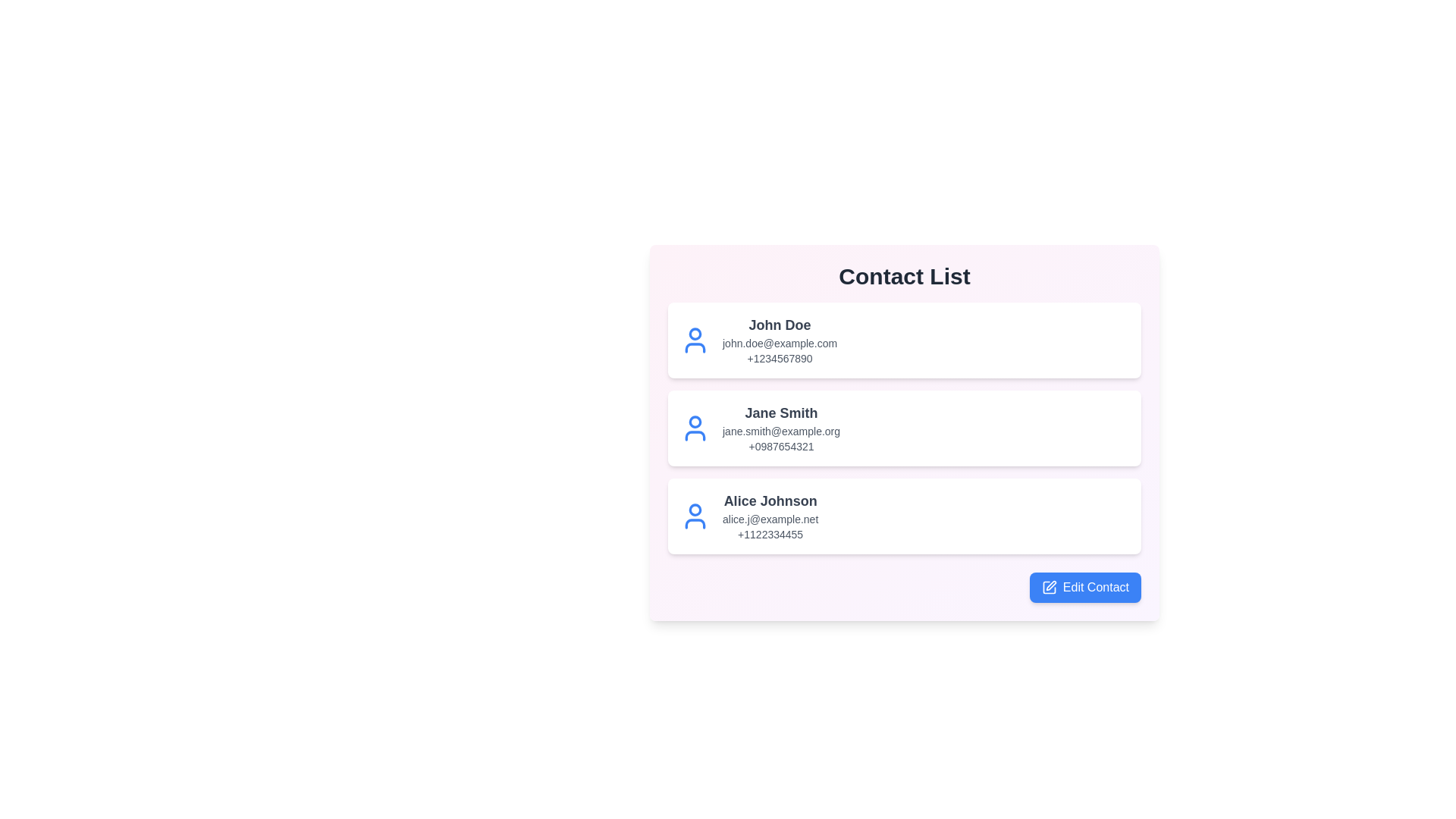 The height and width of the screenshot is (819, 1456). What do you see at coordinates (905, 339) in the screenshot?
I see `the contact John Doe to highlight it` at bounding box center [905, 339].